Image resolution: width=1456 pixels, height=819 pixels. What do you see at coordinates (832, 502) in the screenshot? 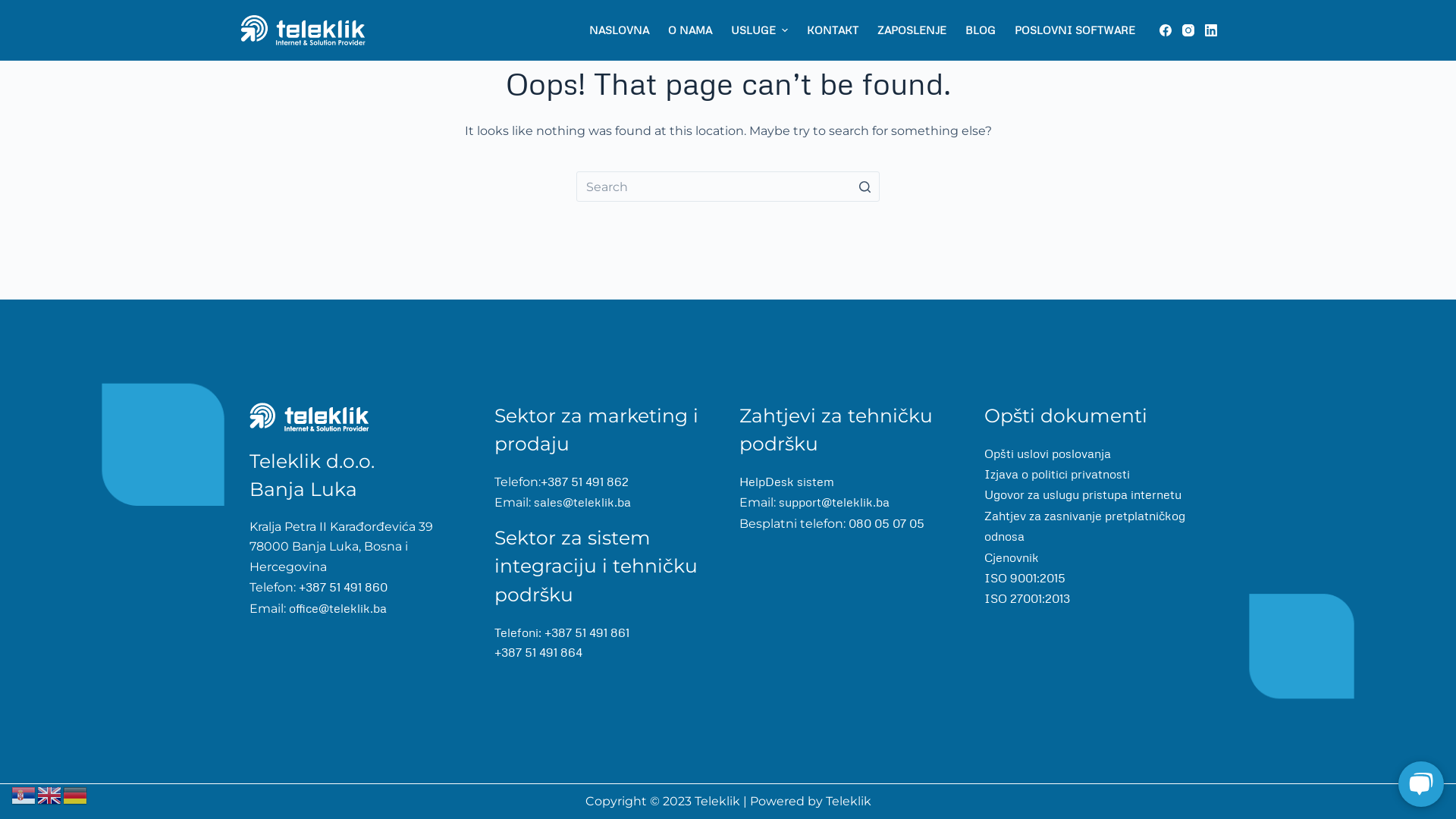
I see `'support@teleklik.ba'` at bounding box center [832, 502].